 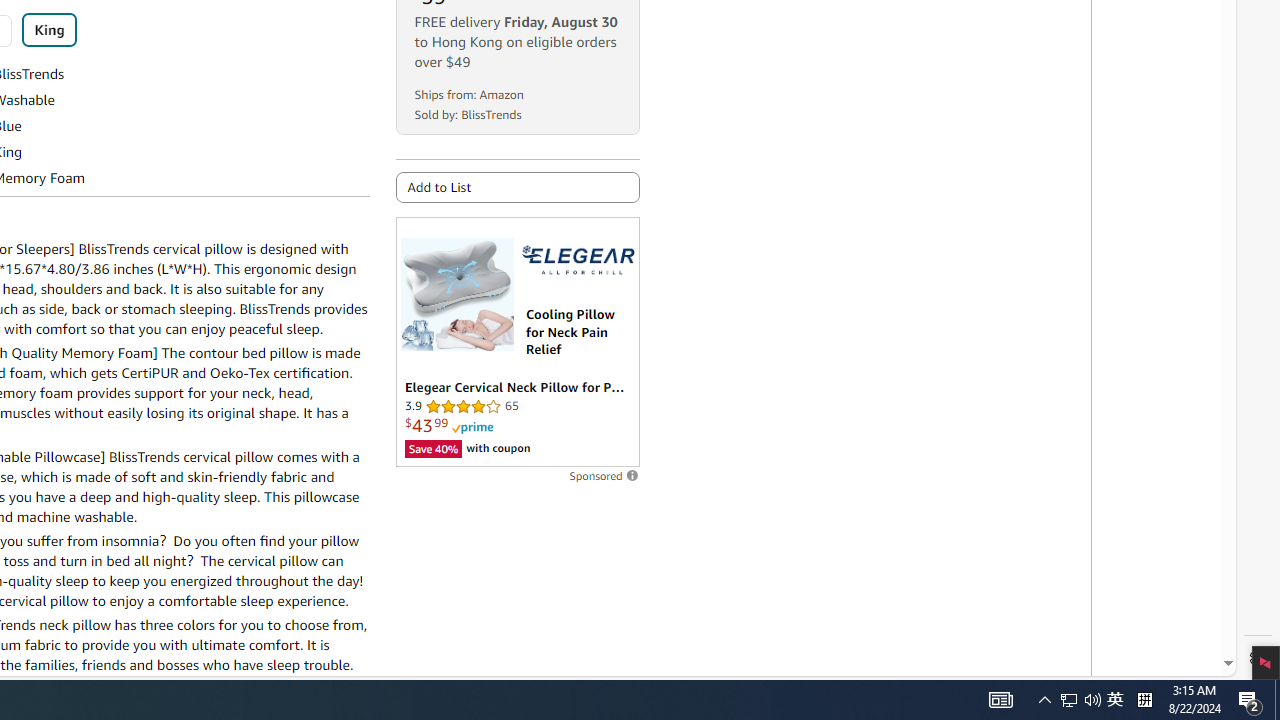 I want to click on 'Add to List', so click(x=517, y=187).